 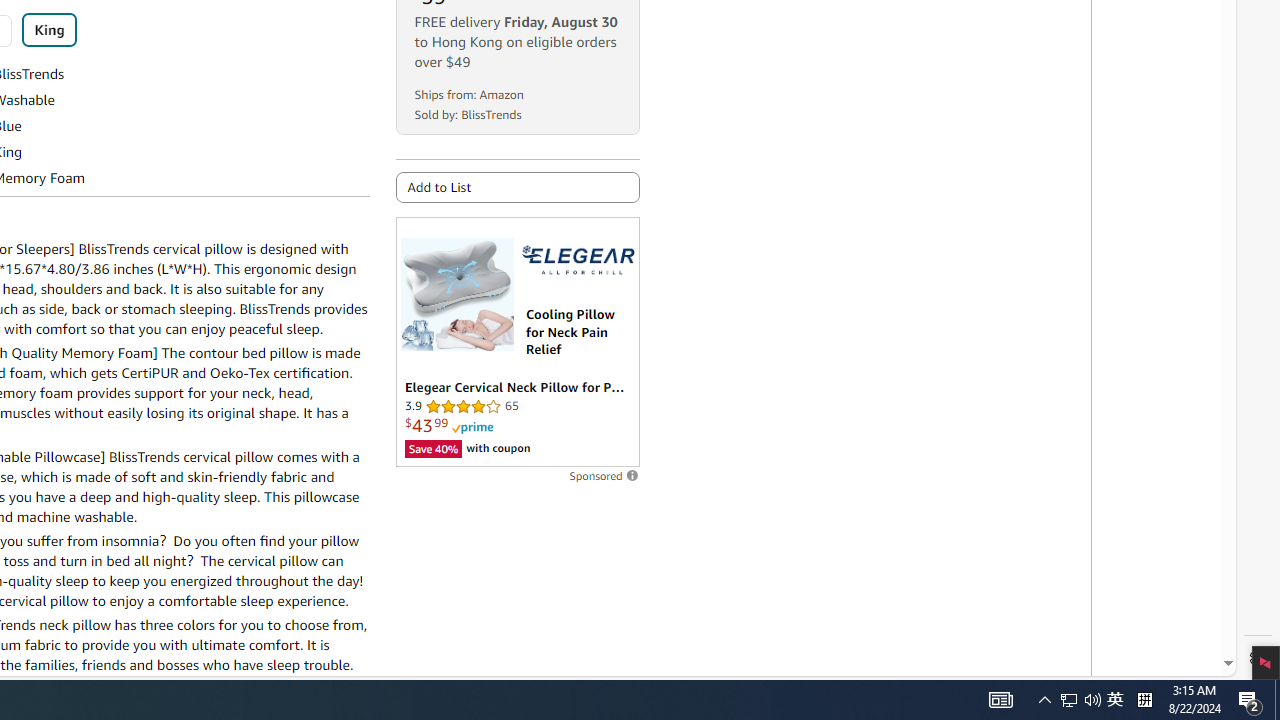 I want to click on 'Add to List', so click(x=517, y=187).